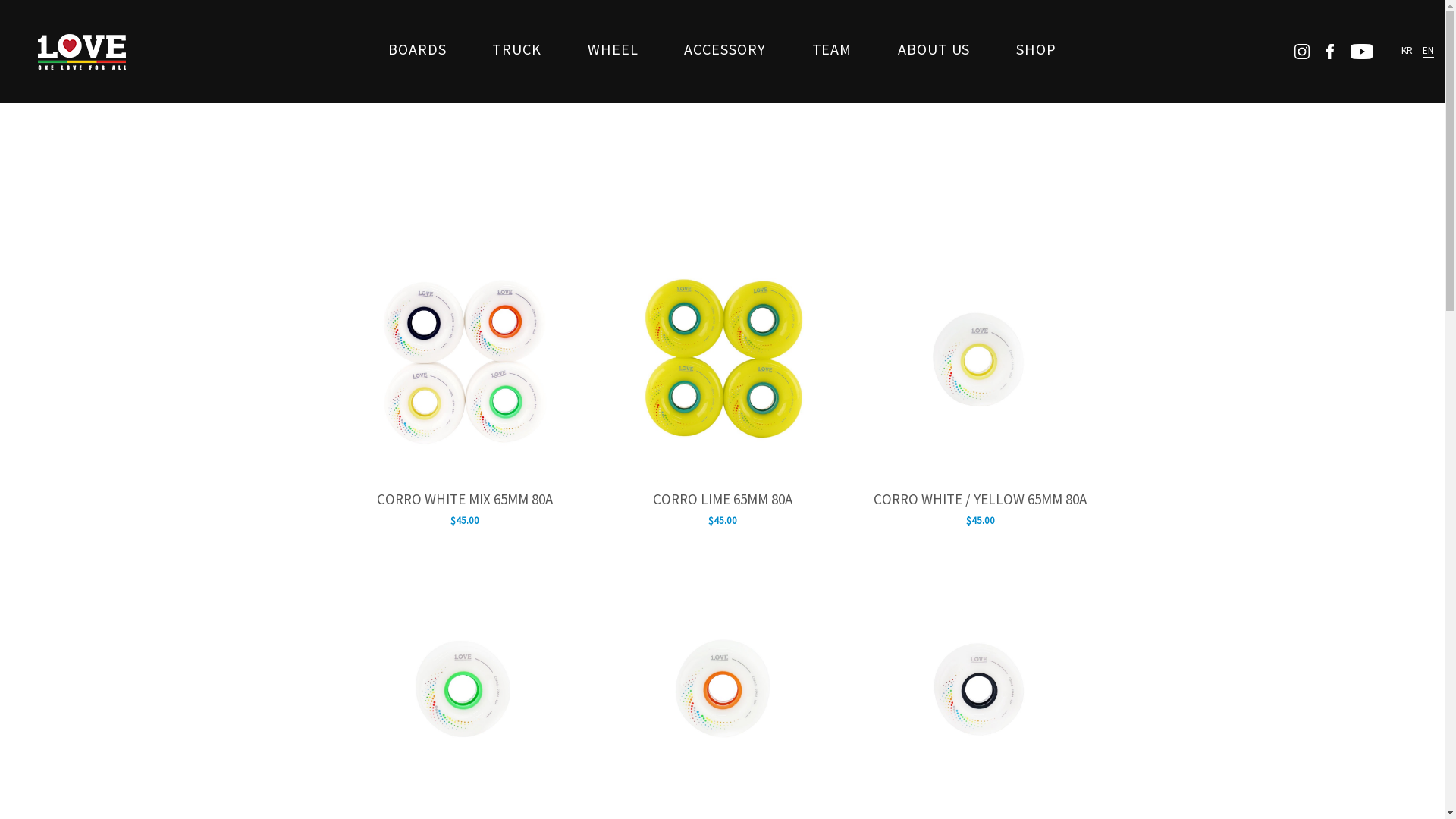 The width and height of the screenshot is (1456, 819). What do you see at coordinates (1427, 49) in the screenshot?
I see `'EN'` at bounding box center [1427, 49].